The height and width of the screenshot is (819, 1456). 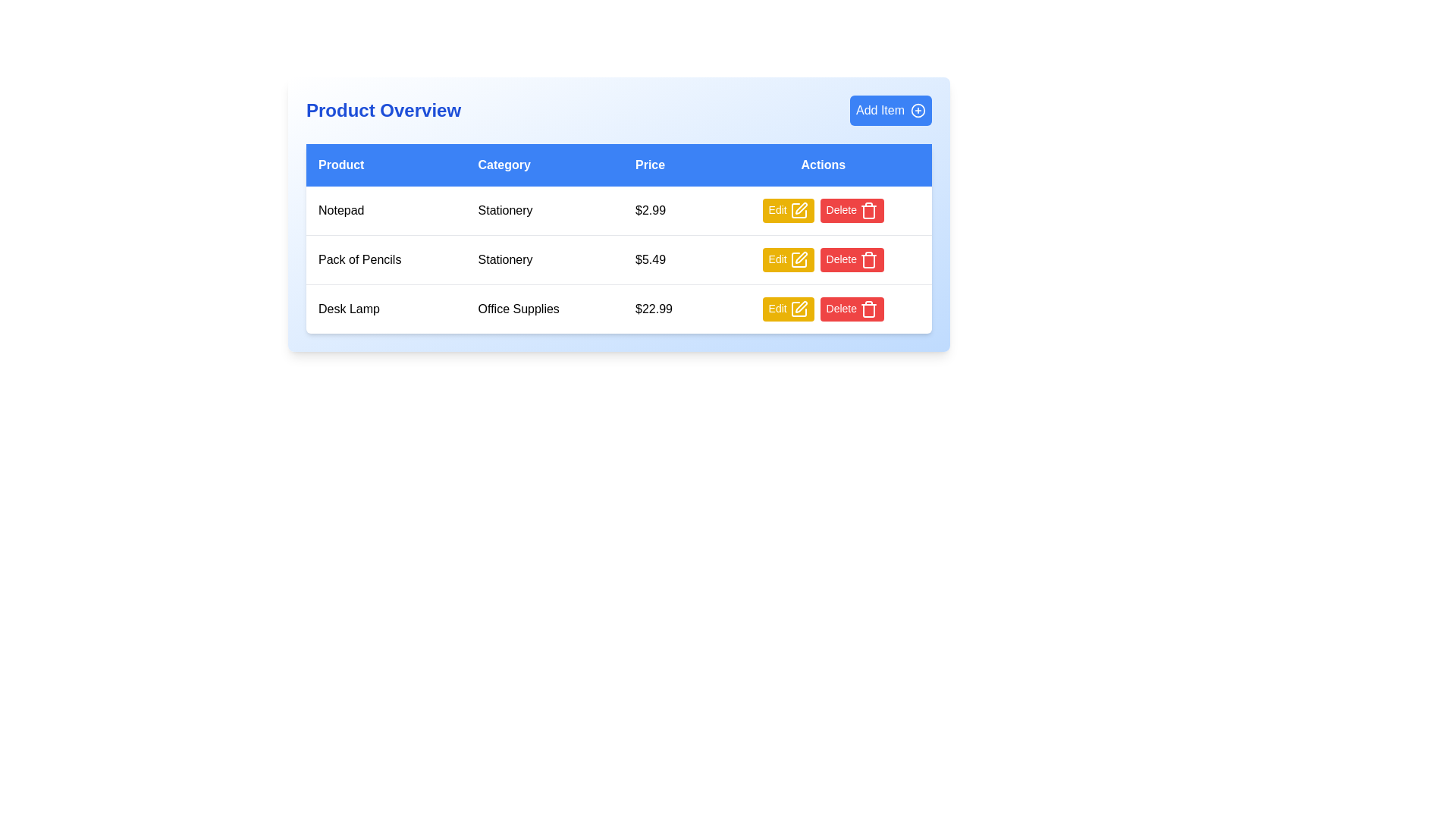 I want to click on the 'Edit' icon button in the 'Actions' column for the 'Desk Lamp' row to initiate the edit function, so click(x=800, y=307).